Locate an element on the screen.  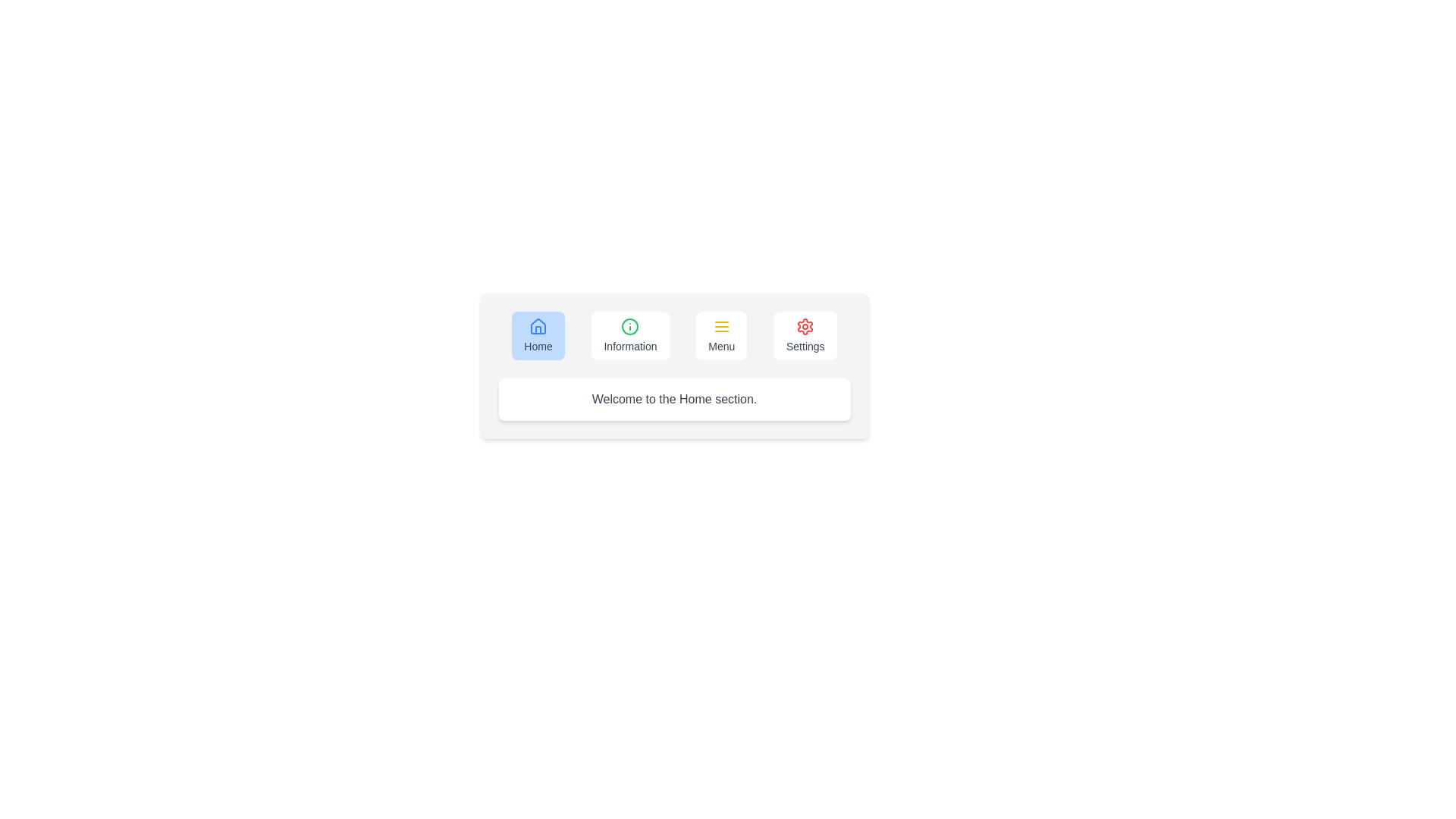
the Navigation menu bar to trigger visual effects, which includes four sections labeled 'Home,' 'Information,' 'Menu,' and 'Settings.' is located at coordinates (673, 335).